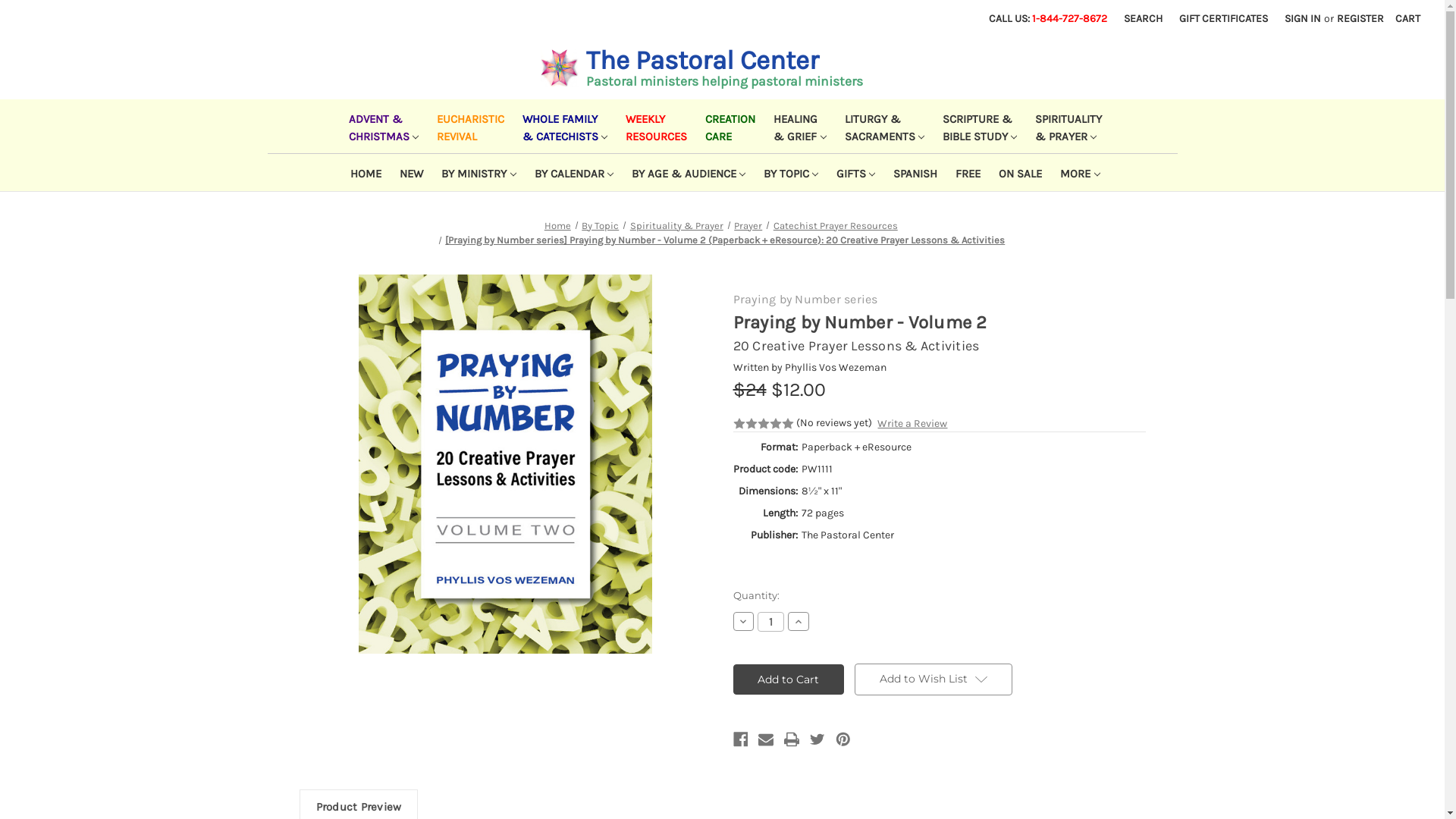 The image size is (1456, 819). I want to click on 'SCRIPTURE &, so click(976, 125).